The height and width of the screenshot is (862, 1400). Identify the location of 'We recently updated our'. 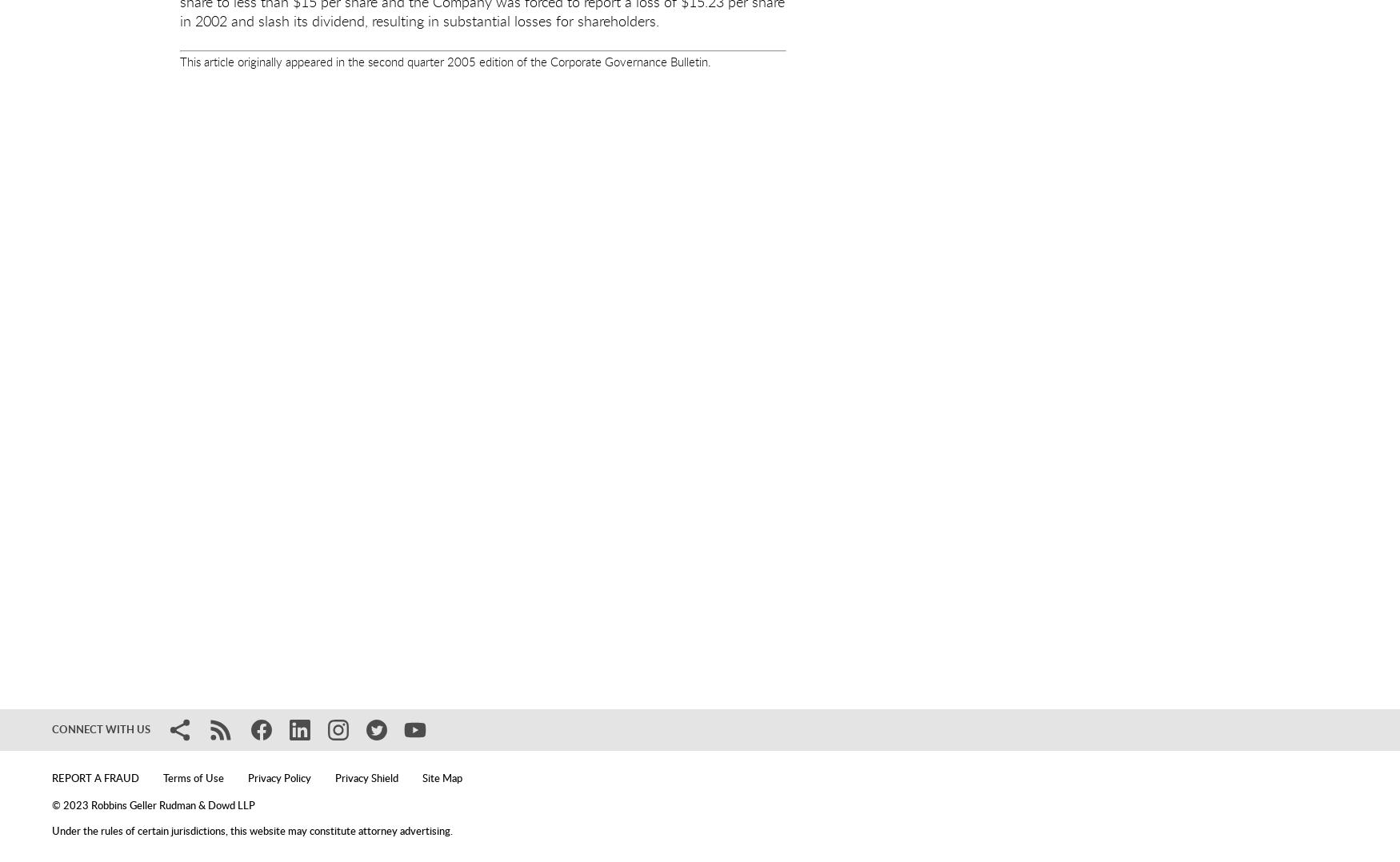
(399, 598).